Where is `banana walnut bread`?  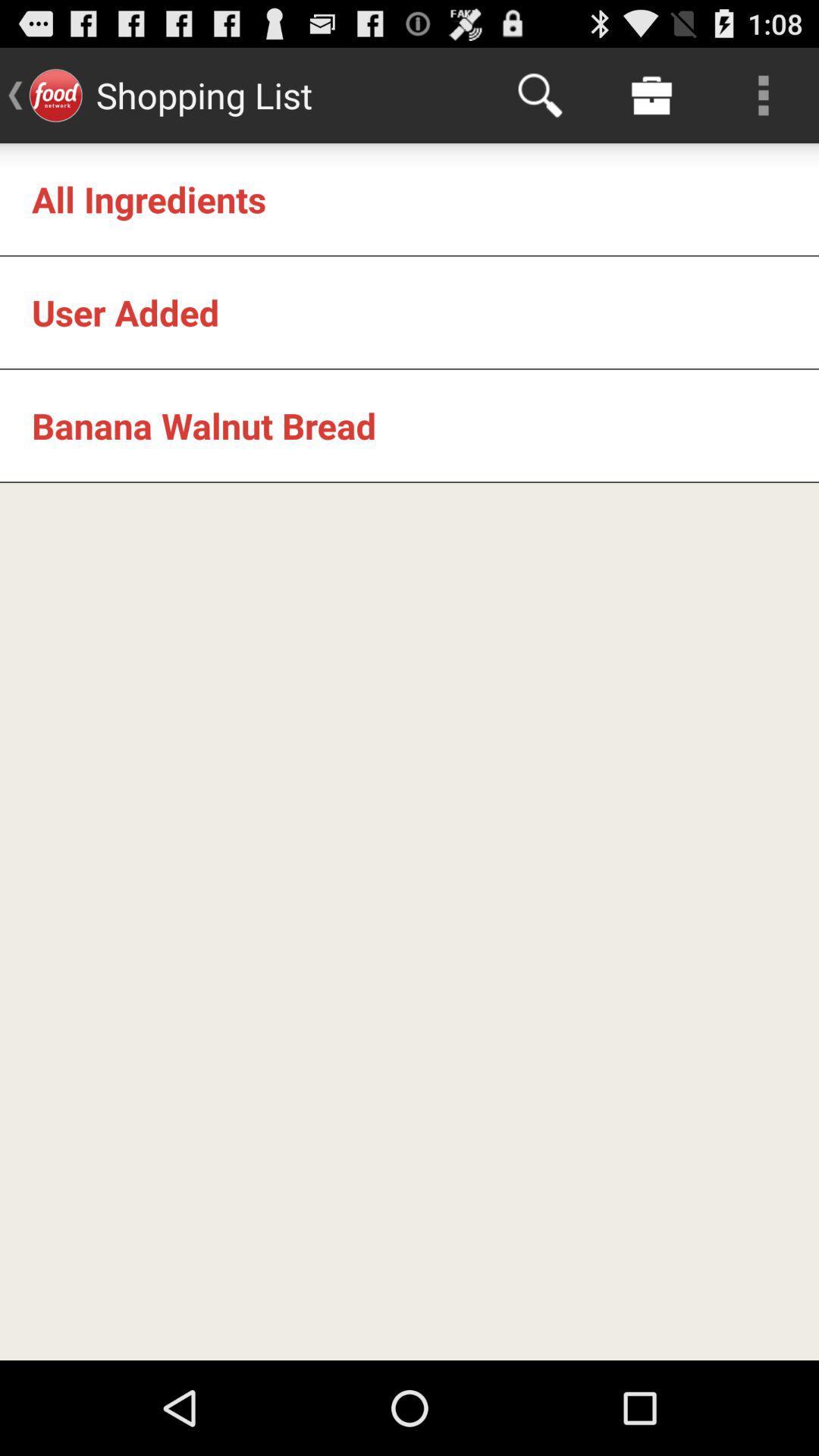 banana walnut bread is located at coordinates (203, 425).